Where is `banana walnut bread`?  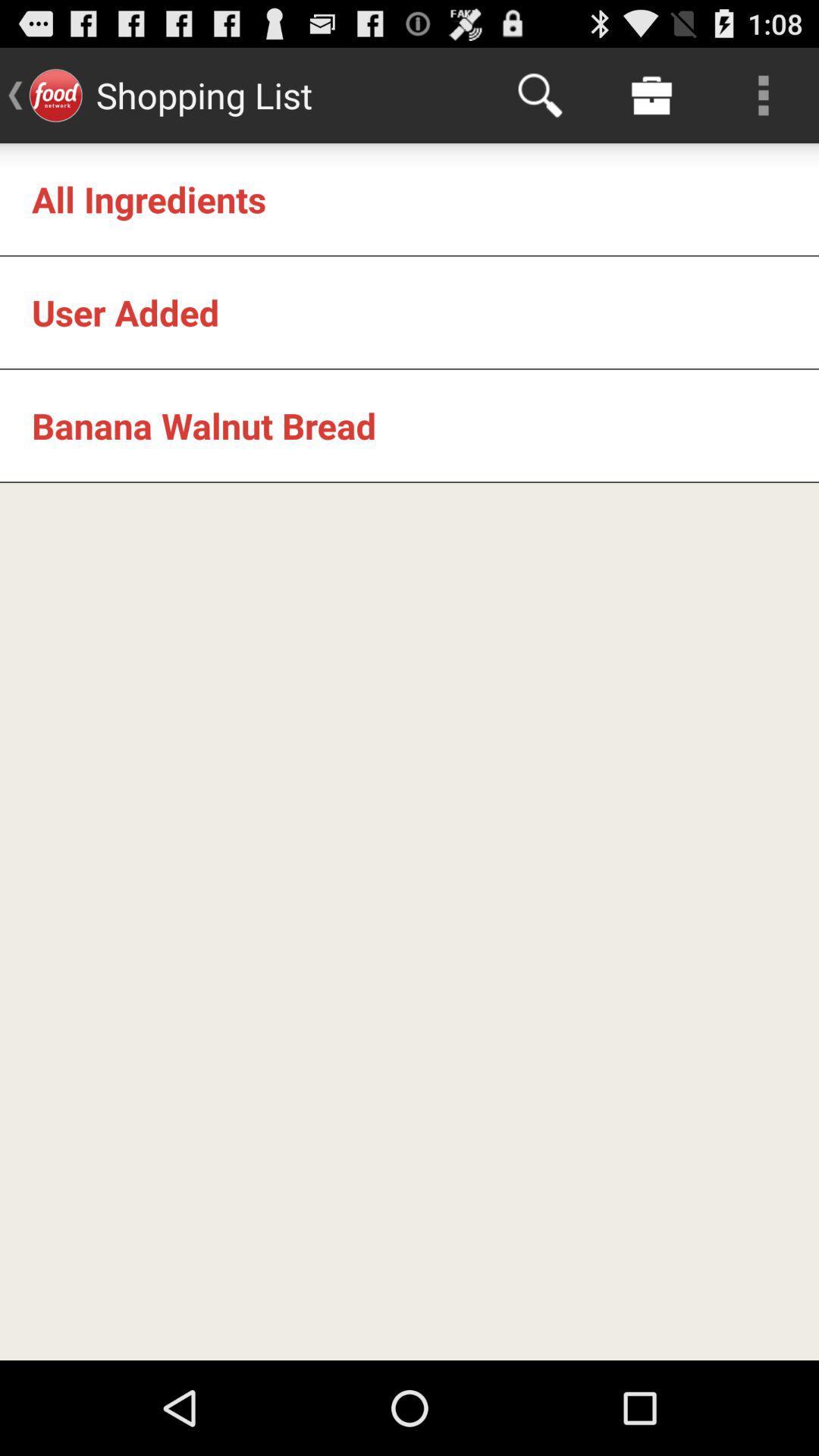 banana walnut bread is located at coordinates (203, 425).